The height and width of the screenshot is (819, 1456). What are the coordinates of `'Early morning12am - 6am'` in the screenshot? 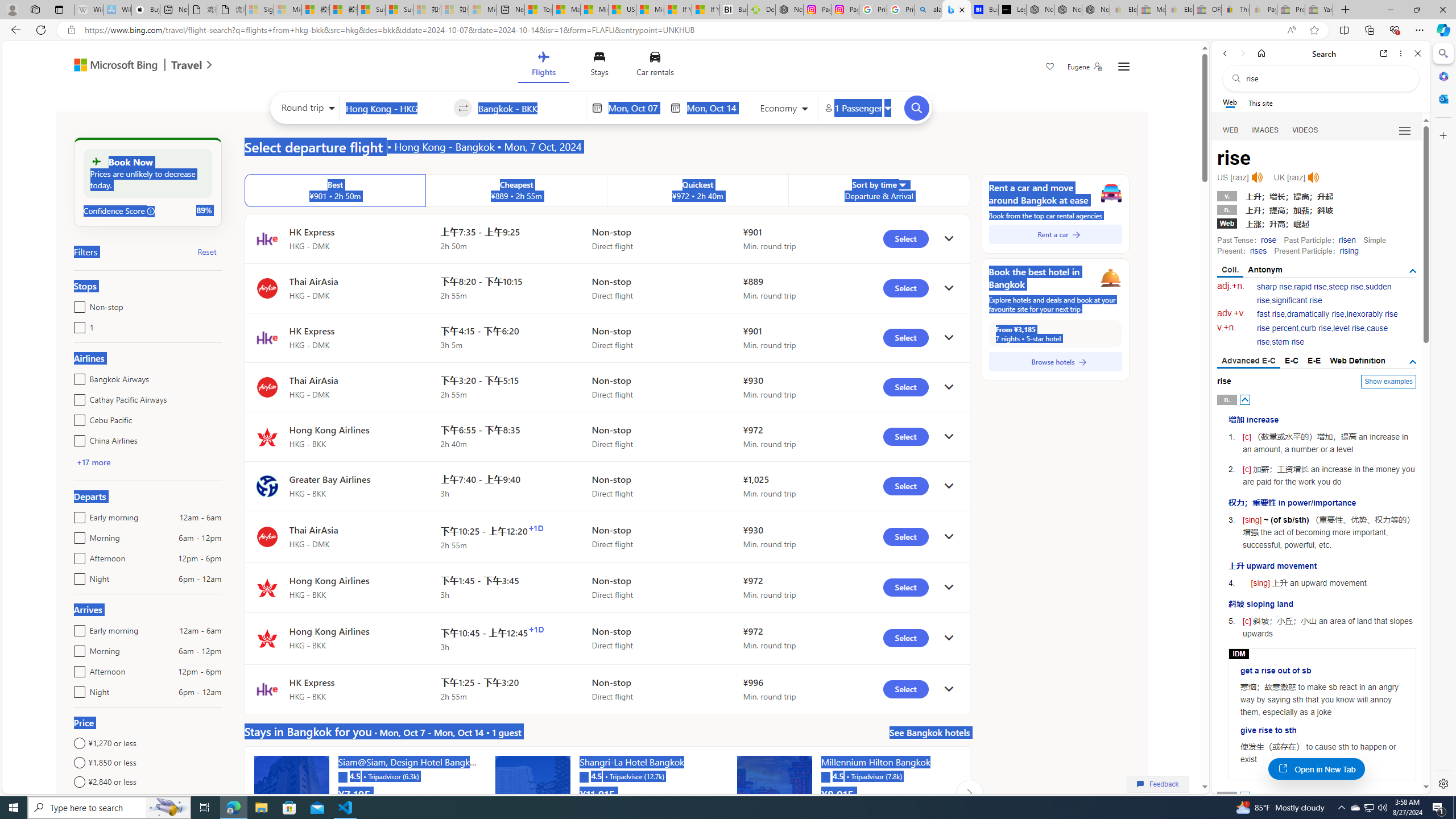 It's located at (76, 627).